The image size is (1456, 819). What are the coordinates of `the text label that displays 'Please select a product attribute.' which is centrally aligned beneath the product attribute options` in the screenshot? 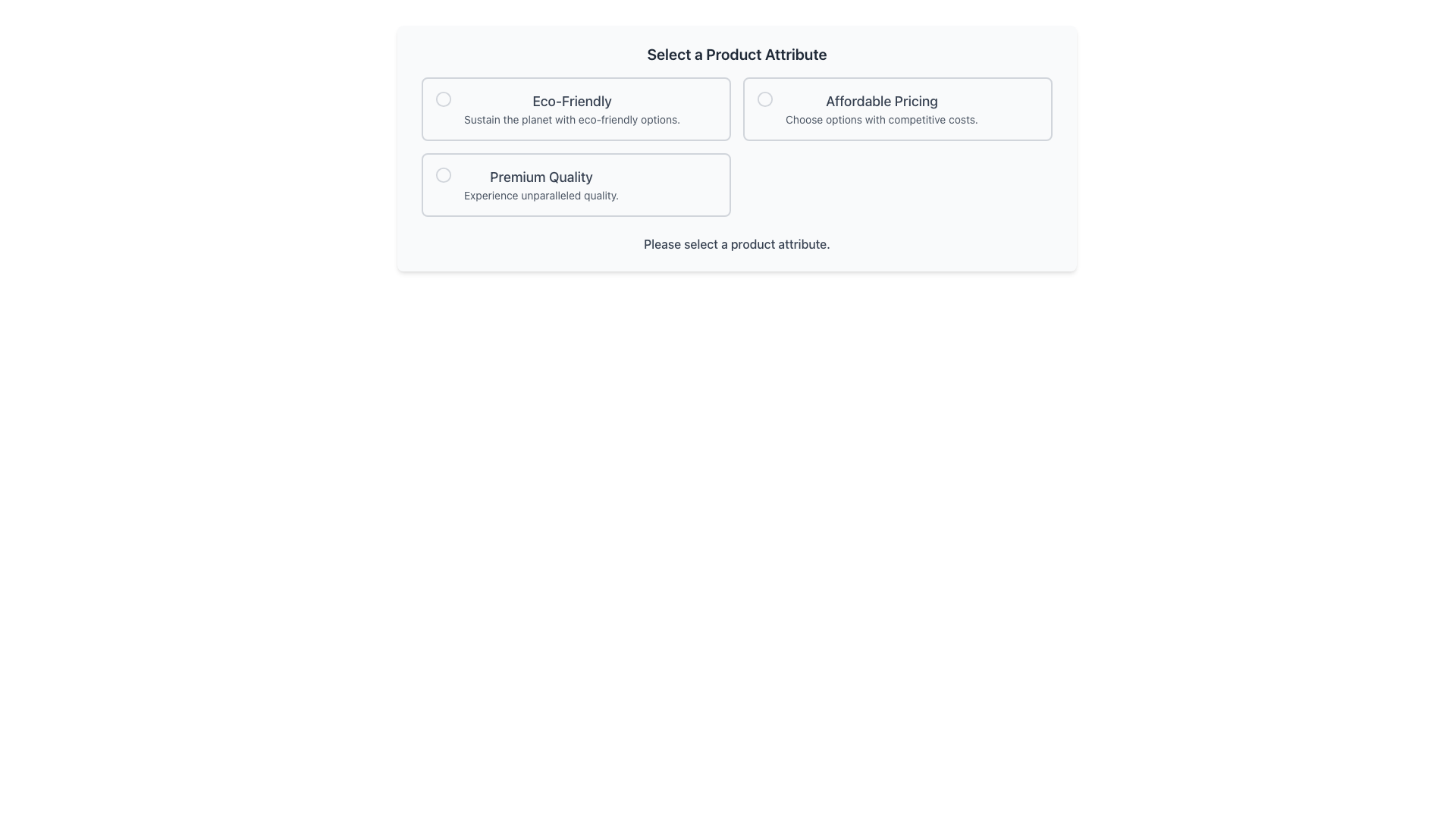 It's located at (736, 243).